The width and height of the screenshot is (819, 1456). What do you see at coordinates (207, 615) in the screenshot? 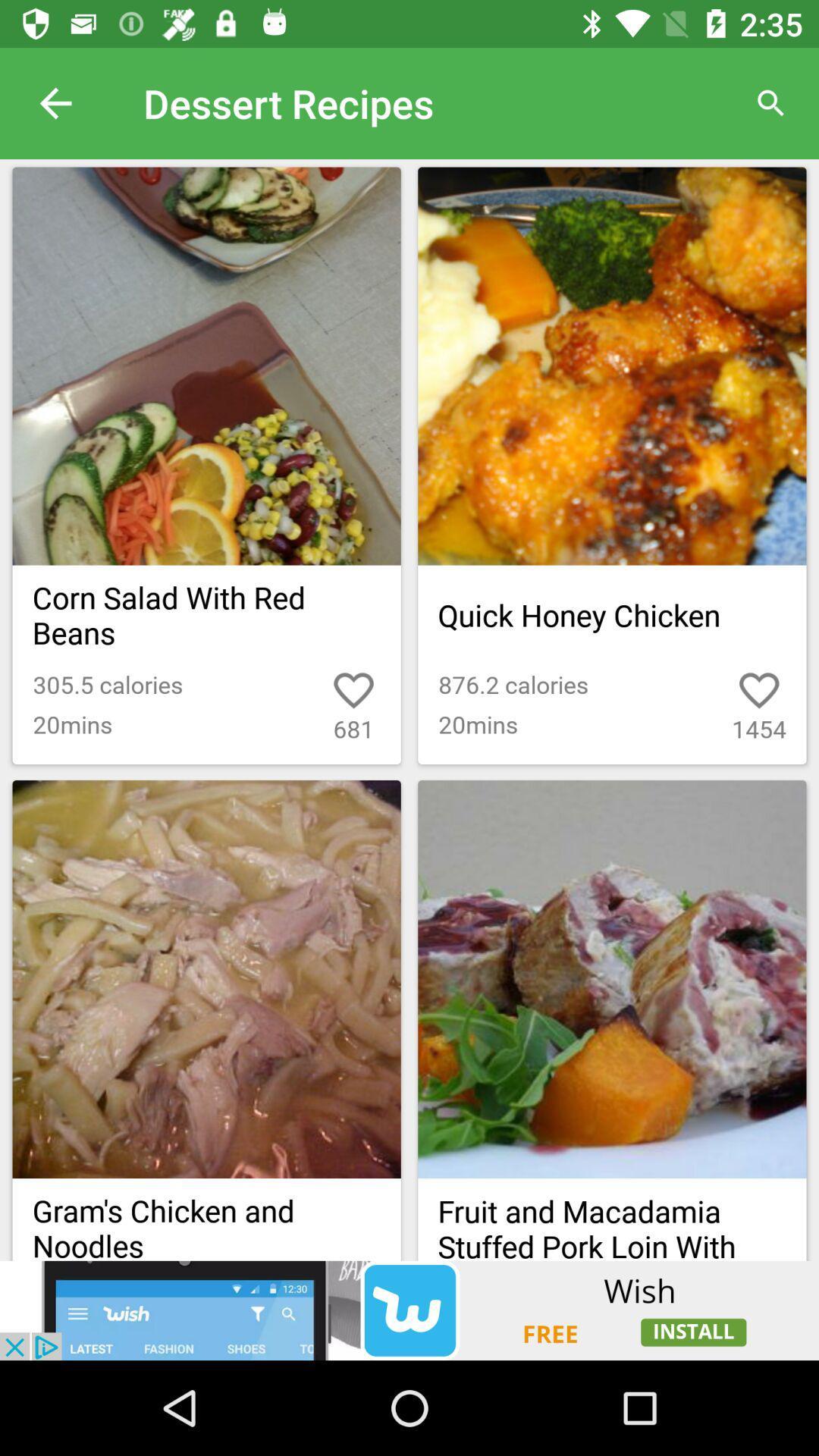
I see `the text below the first image` at bounding box center [207, 615].